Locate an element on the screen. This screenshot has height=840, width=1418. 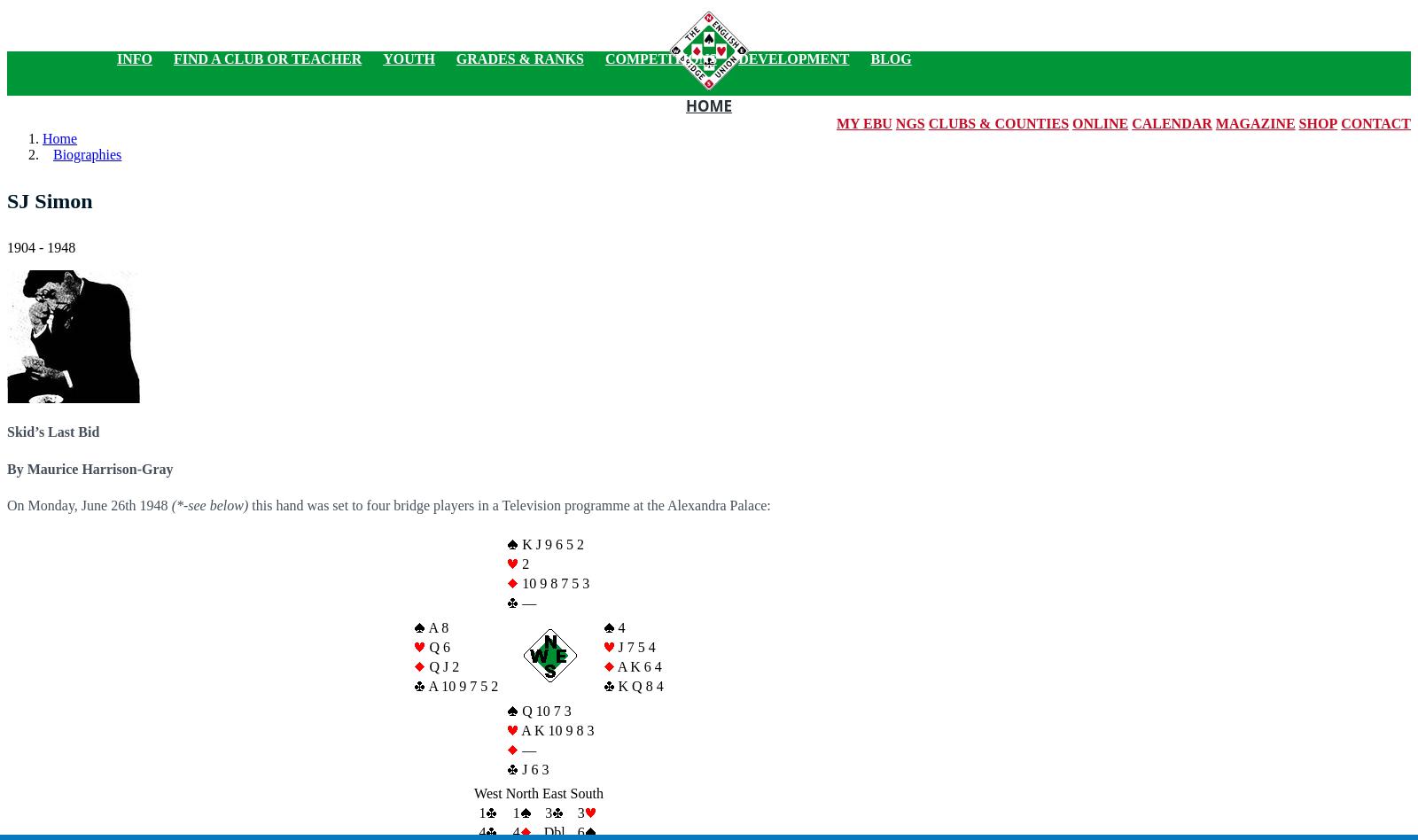
'J 7 5 4' is located at coordinates (635, 646).